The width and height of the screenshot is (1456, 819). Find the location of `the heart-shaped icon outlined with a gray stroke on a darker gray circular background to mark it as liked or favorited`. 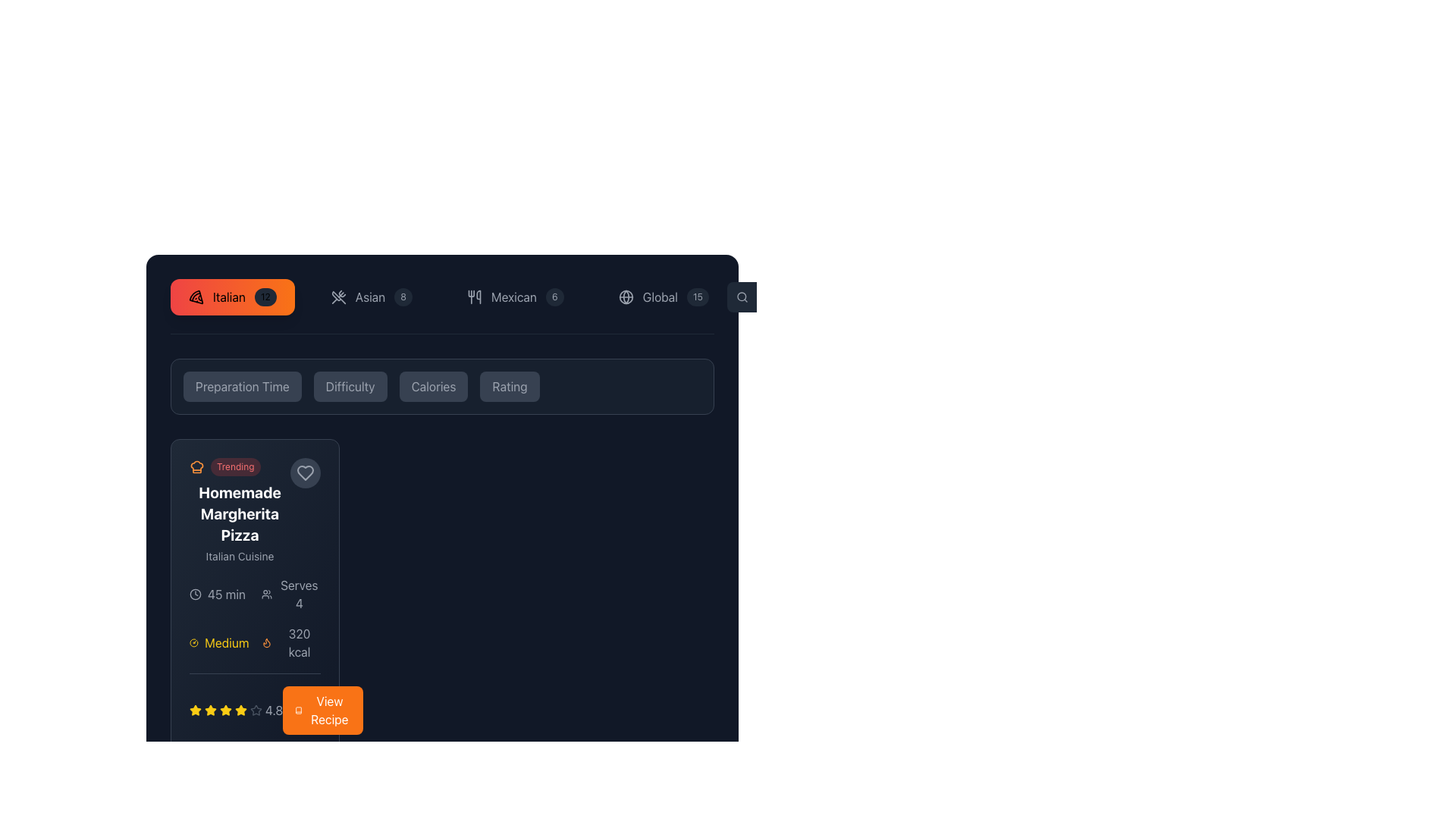

the heart-shaped icon outlined with a gray stroke on a darker gray circular background to mark it as liked or favorited is located at coordinates (305, 472).